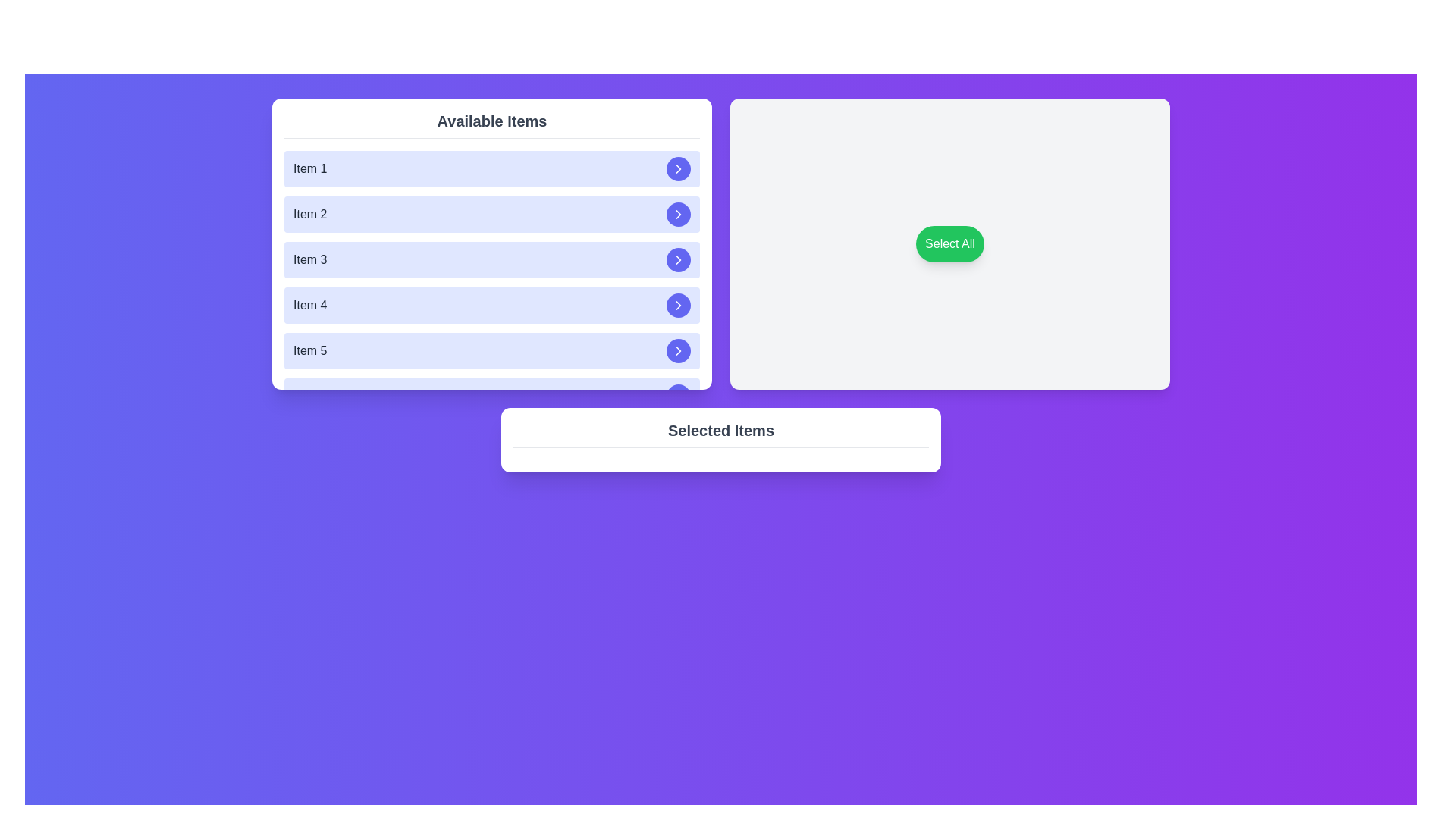 This screenshot has height=819, width=1456. I want to click on the text label that displays 'Item 5', which is styled with a gray font color and medium font weight, located below the 'Available Items' header, so click(309, 350).